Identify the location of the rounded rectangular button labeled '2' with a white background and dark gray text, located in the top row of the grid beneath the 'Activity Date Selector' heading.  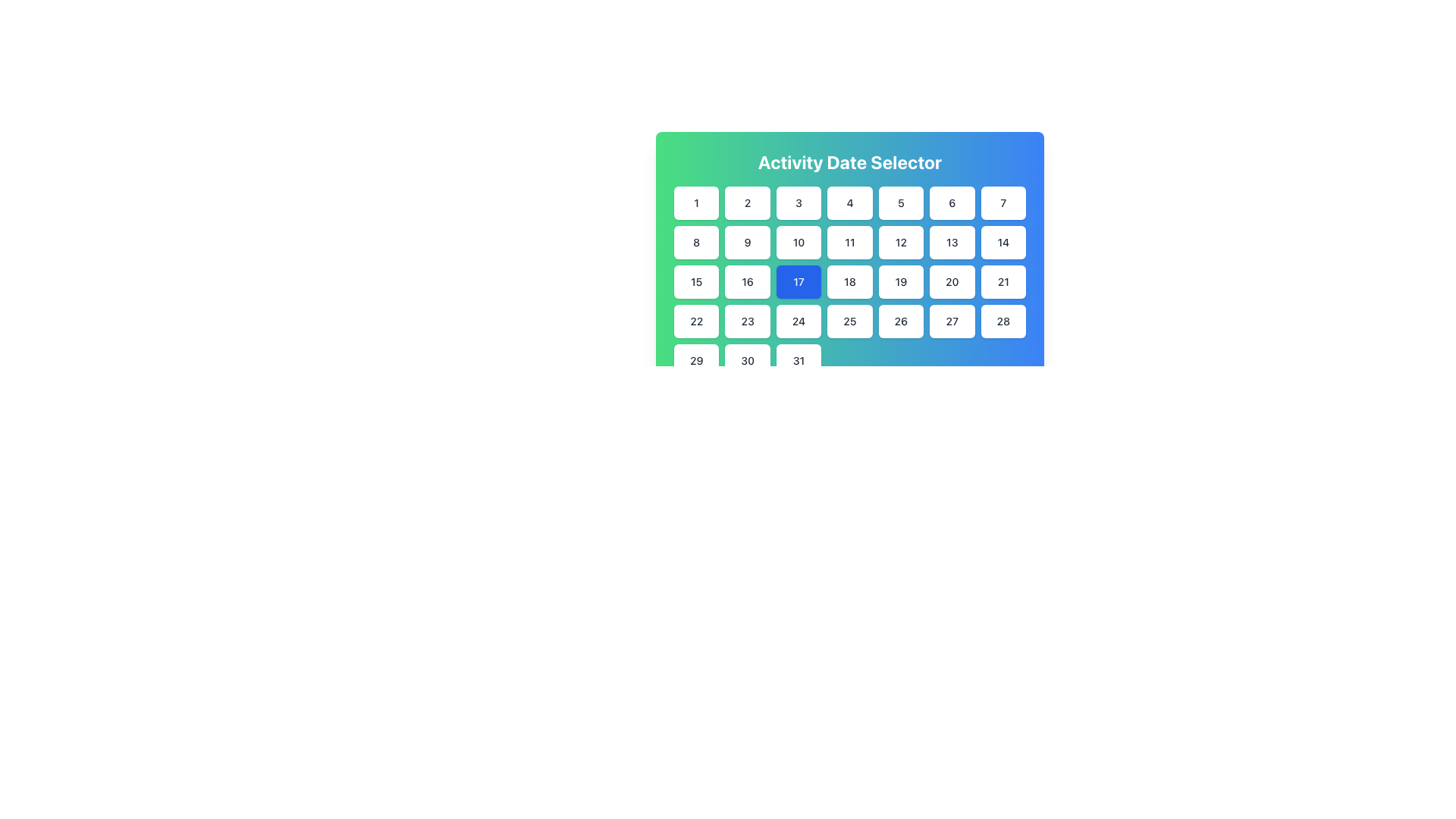
(748, 202).